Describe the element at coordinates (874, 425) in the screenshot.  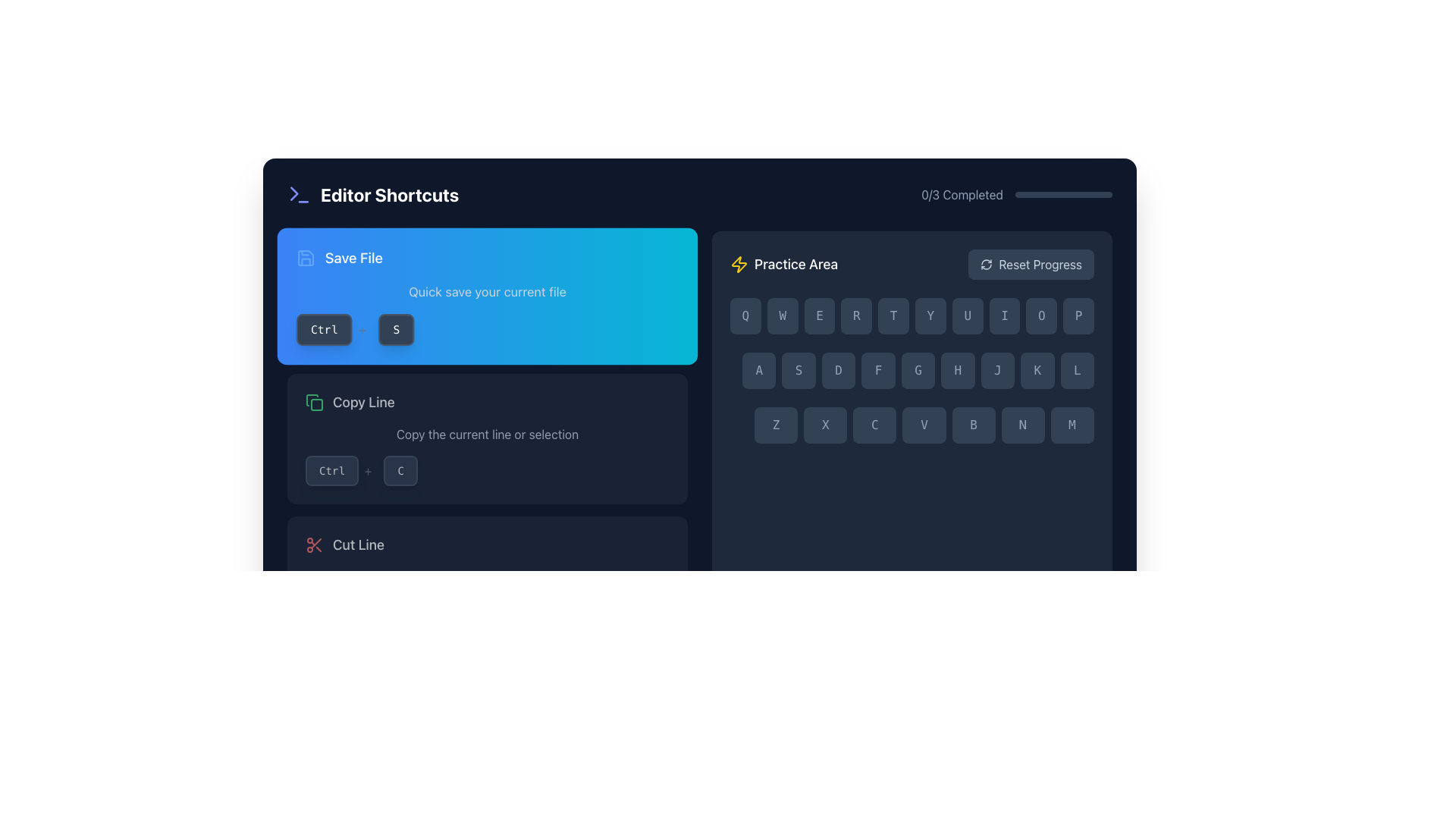
I see `the virtual keyboard key button labeled 'C', which is a rounded rectangular button with a dark slate blue background and light slate gray text` at that location.